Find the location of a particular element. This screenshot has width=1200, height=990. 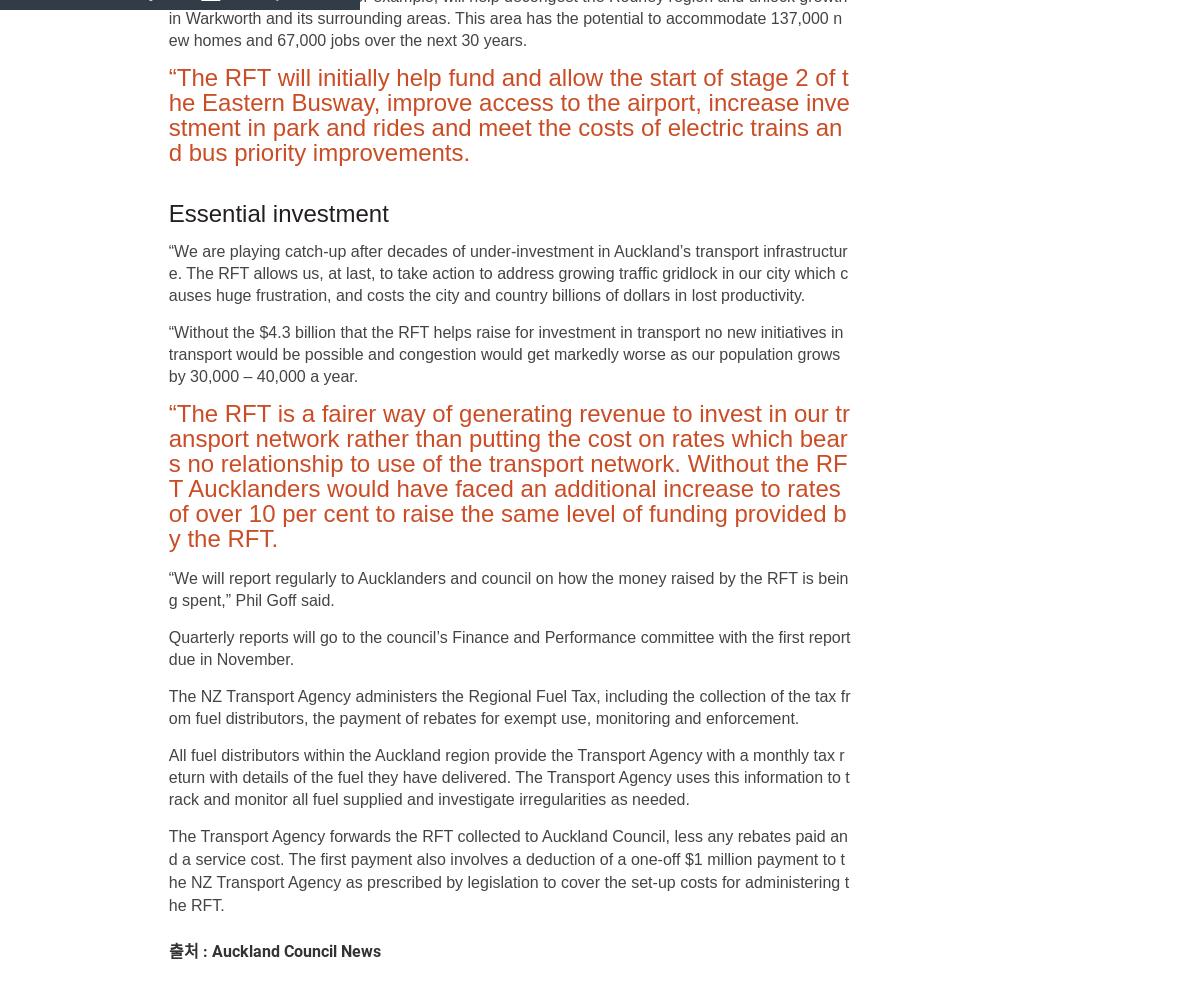

'Quarterly reports will go to the council’s Finance and Performance committee with the first report due in November.' is located at coordinates (508, 648).